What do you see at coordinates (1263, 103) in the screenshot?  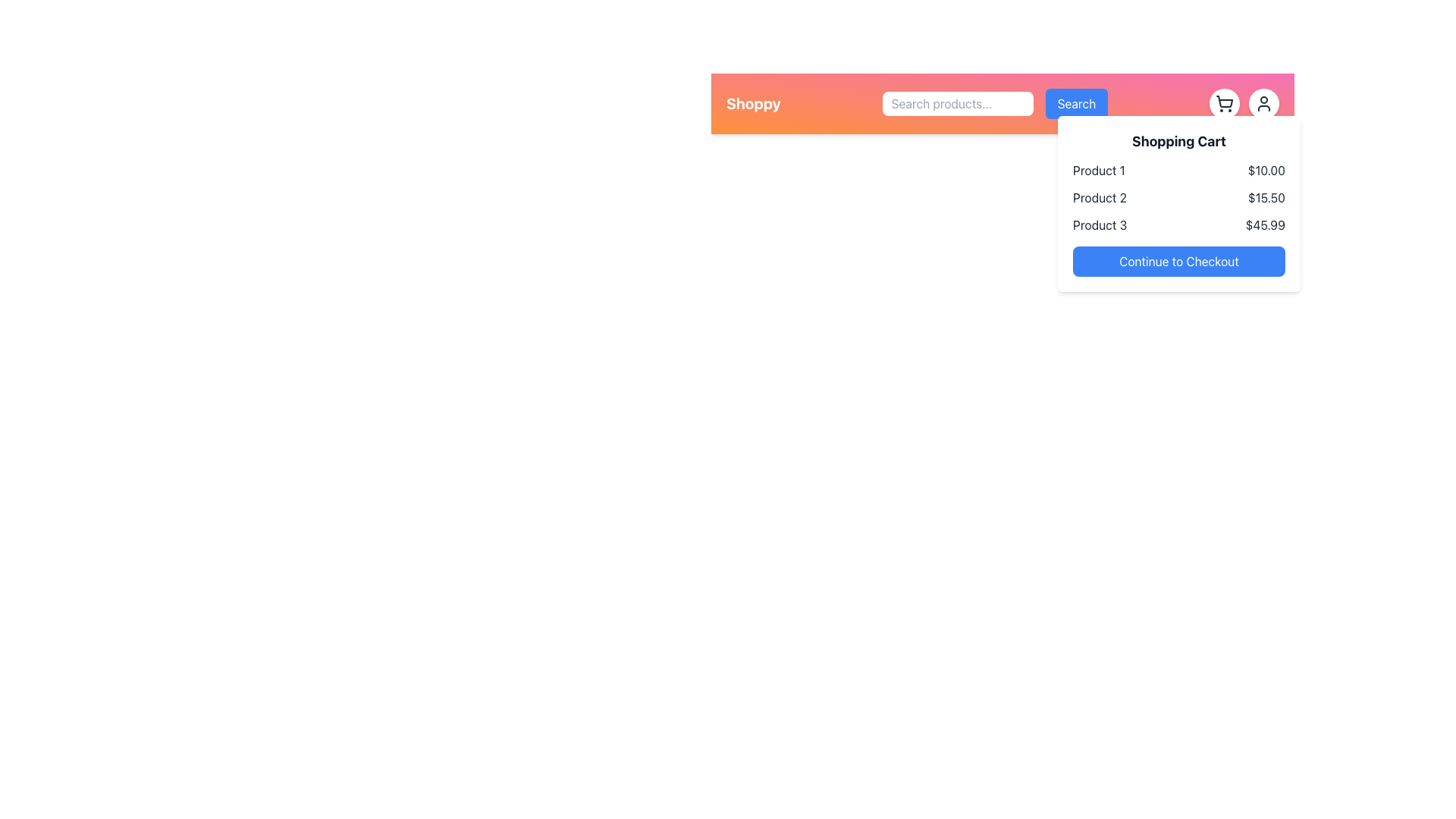 I see `the user-related action button located at the top-right corner of the application, which is the third circular button in the navigation area` at bounding box center [1263, 103].